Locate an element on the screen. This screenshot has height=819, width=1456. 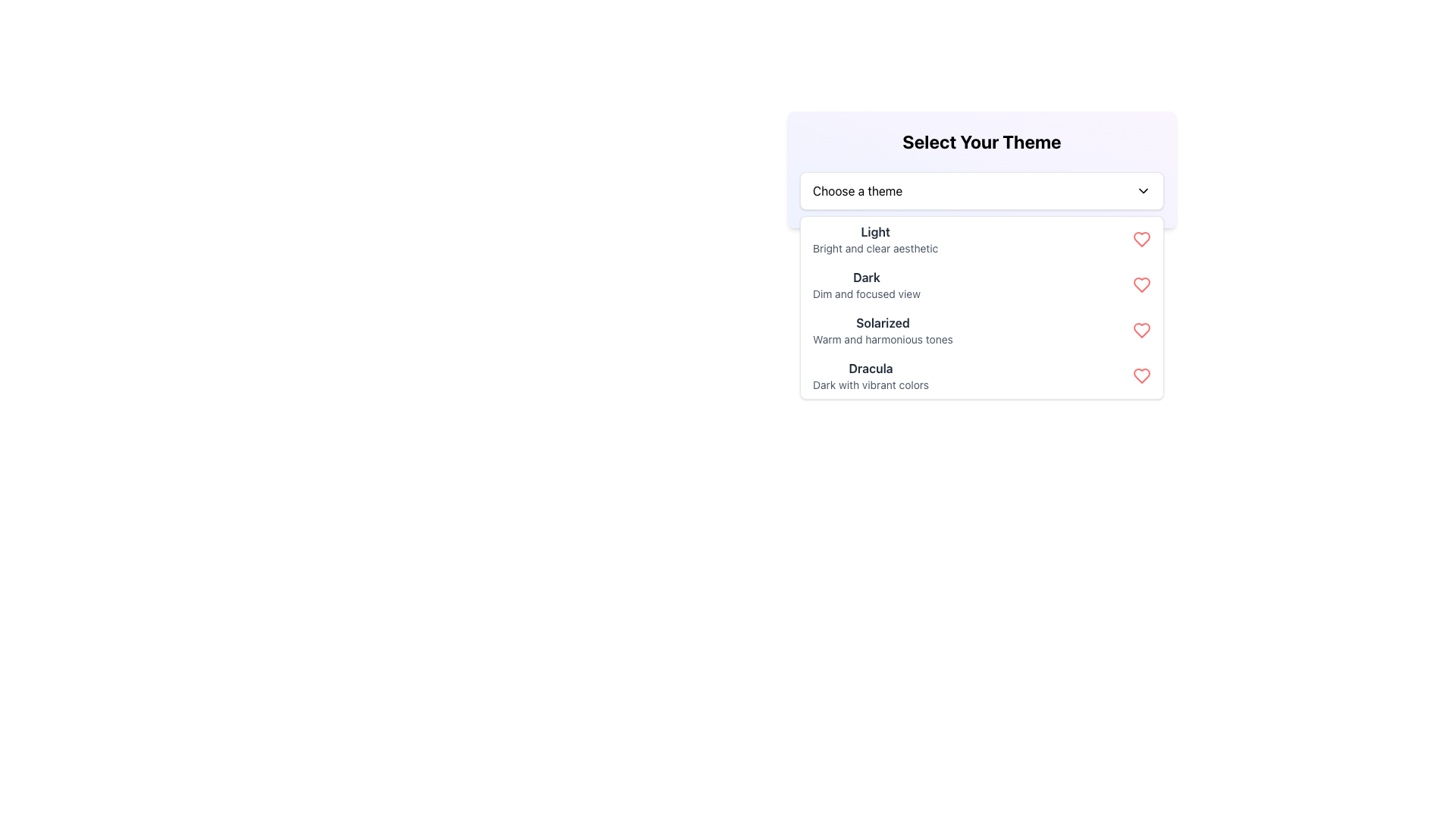
the third item in the theme selection dropdown is located at coordinates (982, 329).